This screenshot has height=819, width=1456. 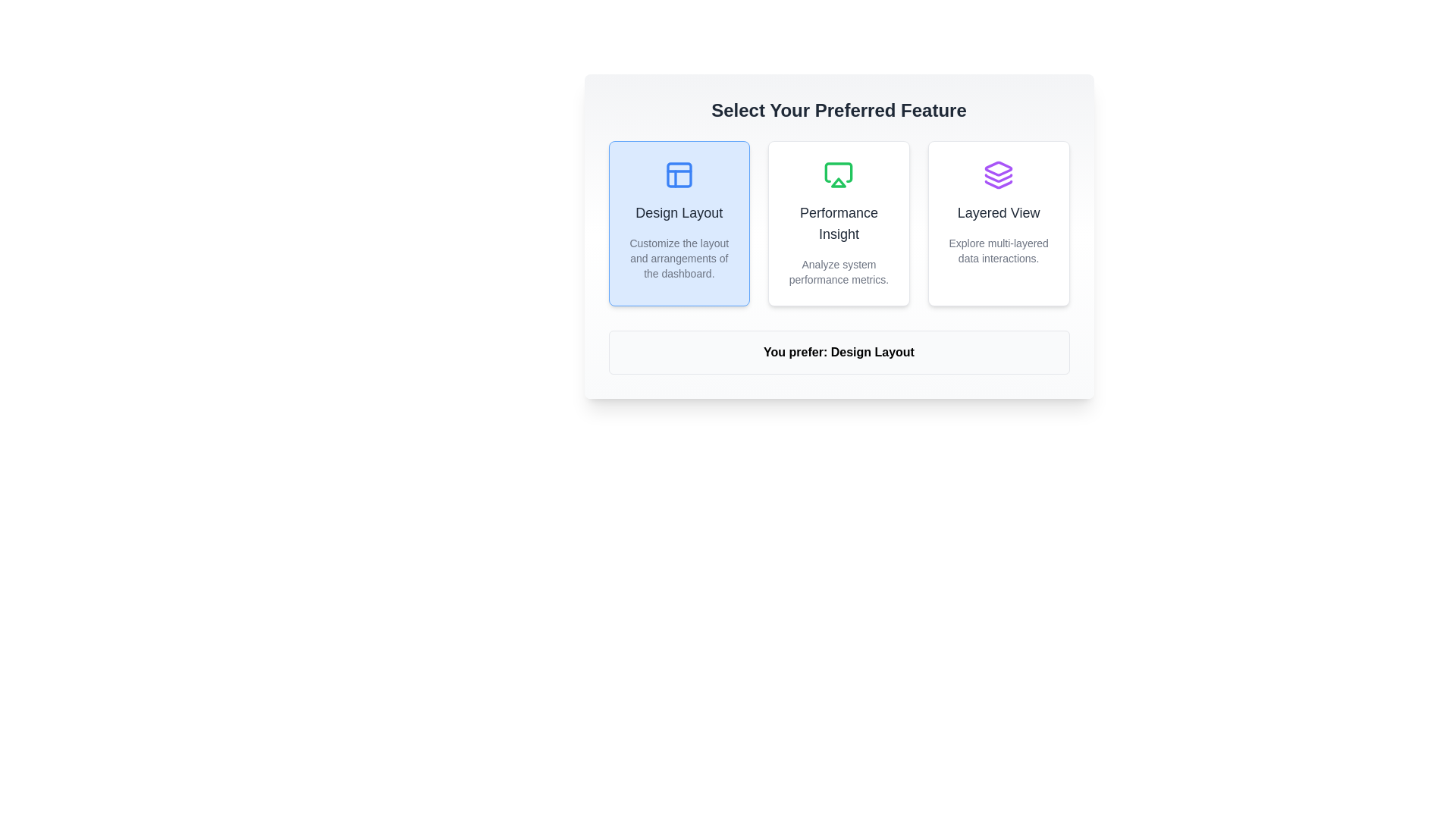 What do you see at coordinates (838, 352) in the screenshot?
I see `the dynamic Text Label that displays the user's current feature option, located at the center of the interface below the three selectable option cards` at bounding box center [838, 352].